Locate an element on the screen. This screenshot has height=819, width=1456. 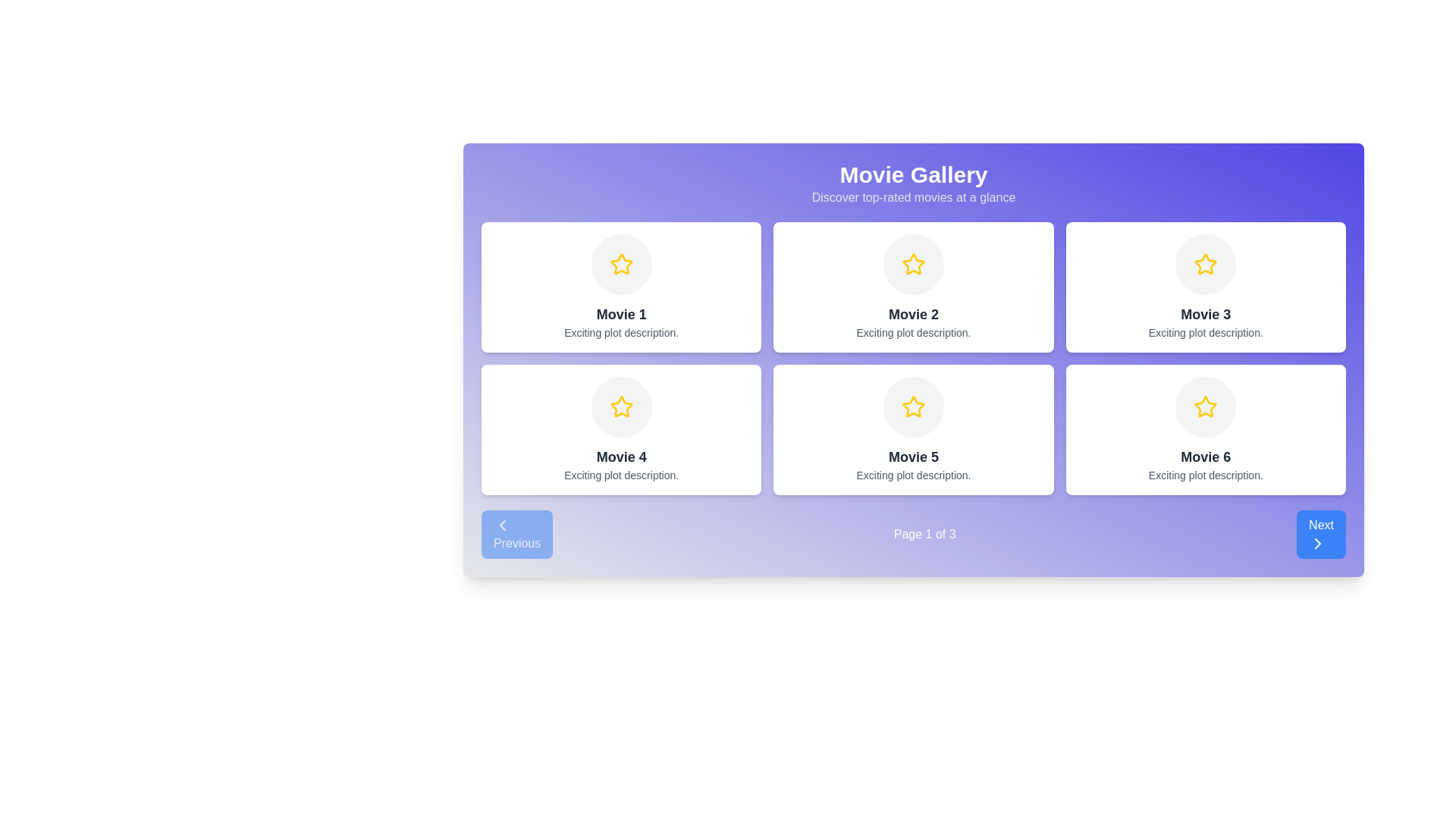
the star-shaped icon with a yellow outline located in the second card labeled 'Movie 2' is located at coordinates (912, 263).